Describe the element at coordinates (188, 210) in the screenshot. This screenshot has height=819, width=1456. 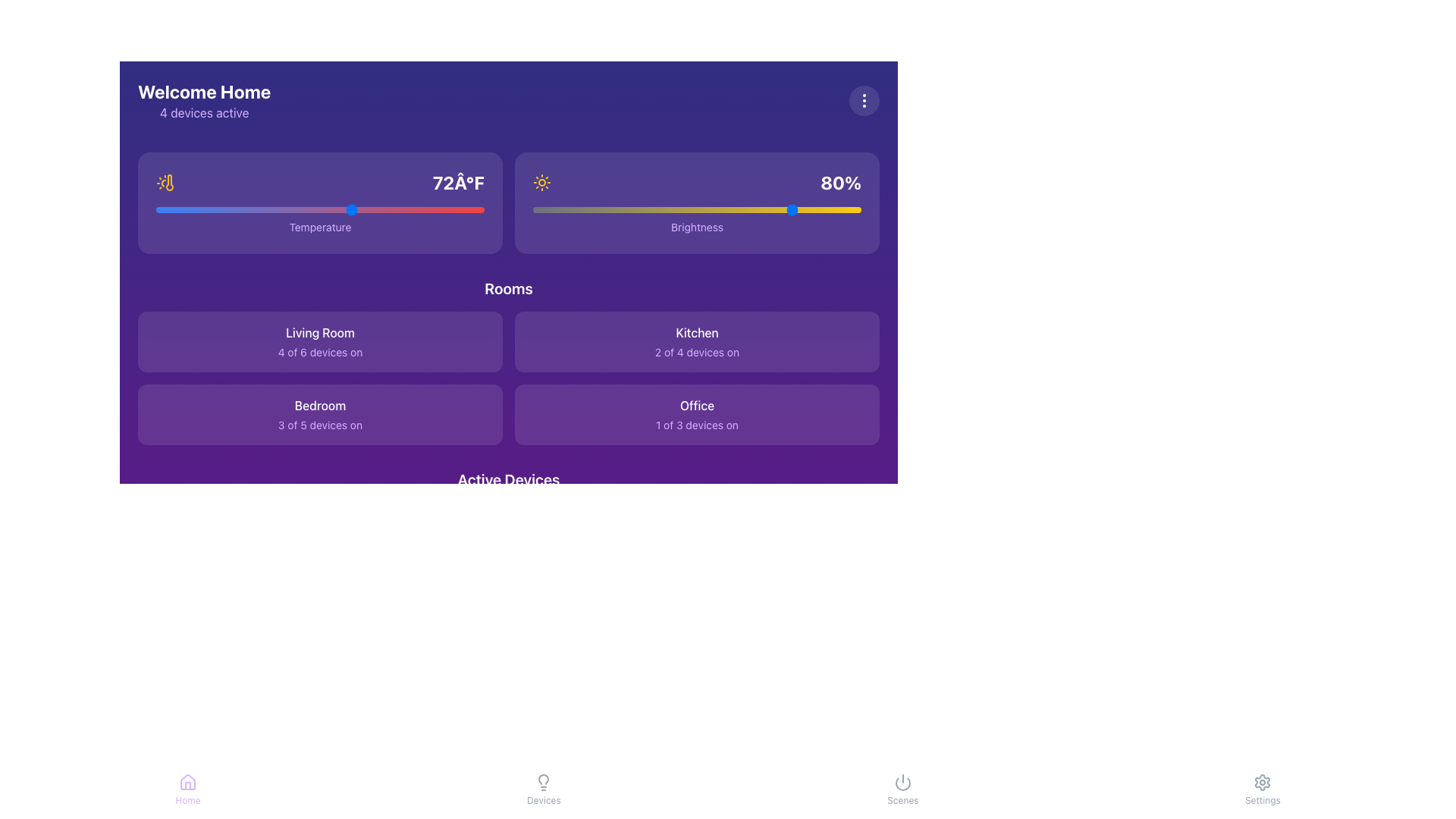
I see `the value of the slider` at that location.